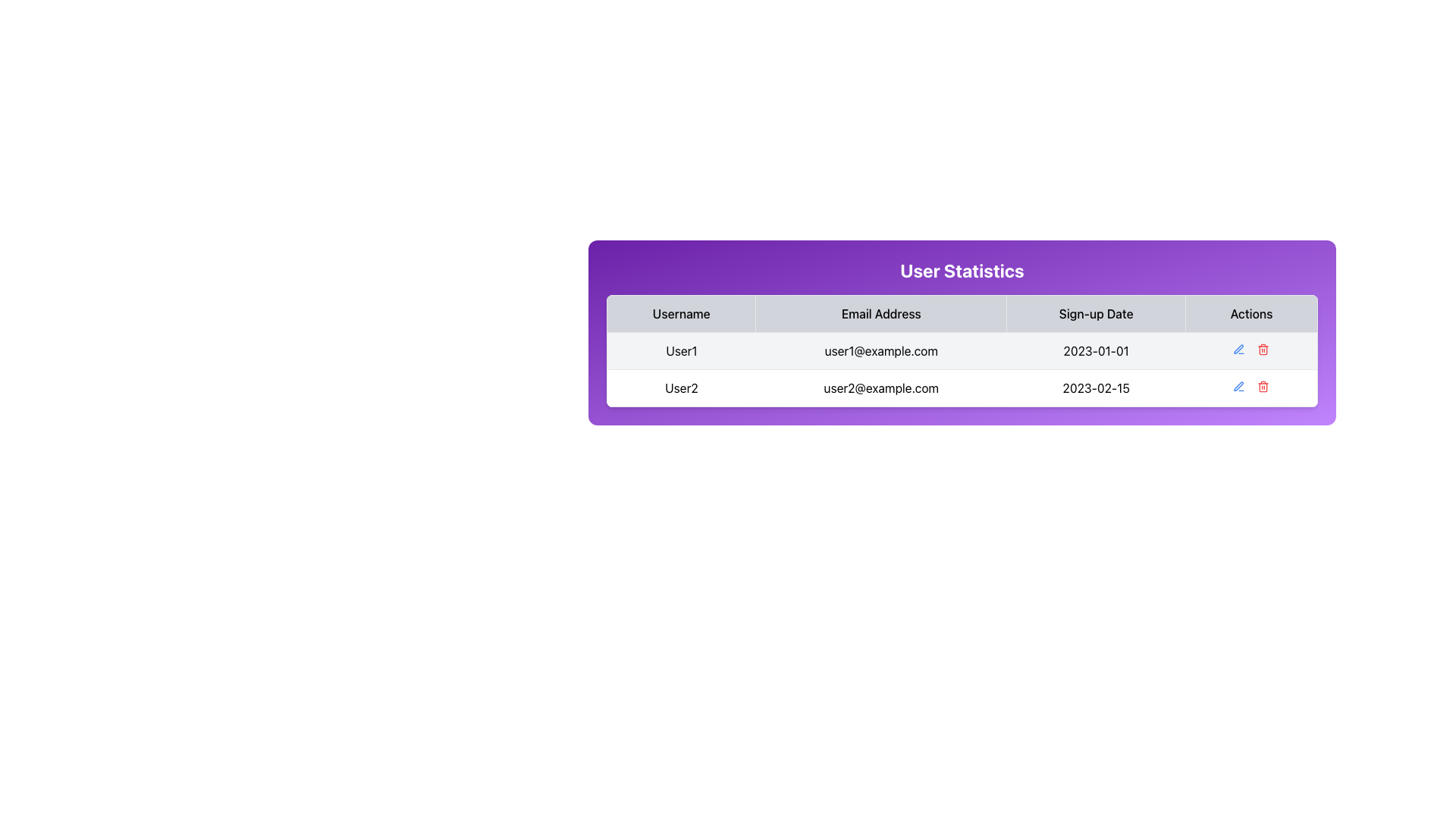 This screenshot has height=819, width=1456. Describe the element at coordinates (1238, 350) in the screenshot. I see `the 'edit' button in the 'Actions' column of the second row for user 'User2' with email 'user2@example.com' to initiate editing` at that location.